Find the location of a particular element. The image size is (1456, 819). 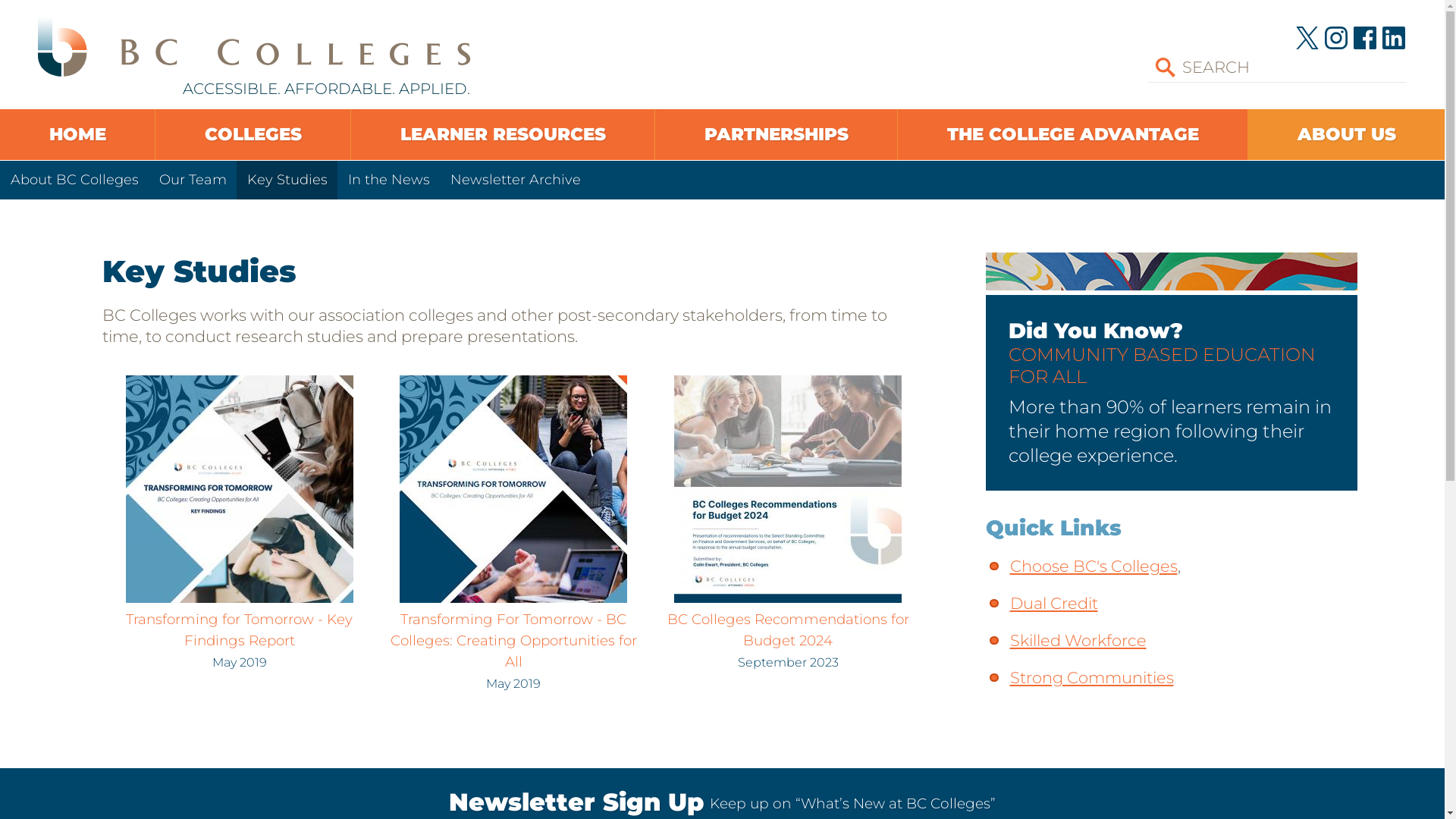

'About BC Colleges' is located at coordinates (0, 179).